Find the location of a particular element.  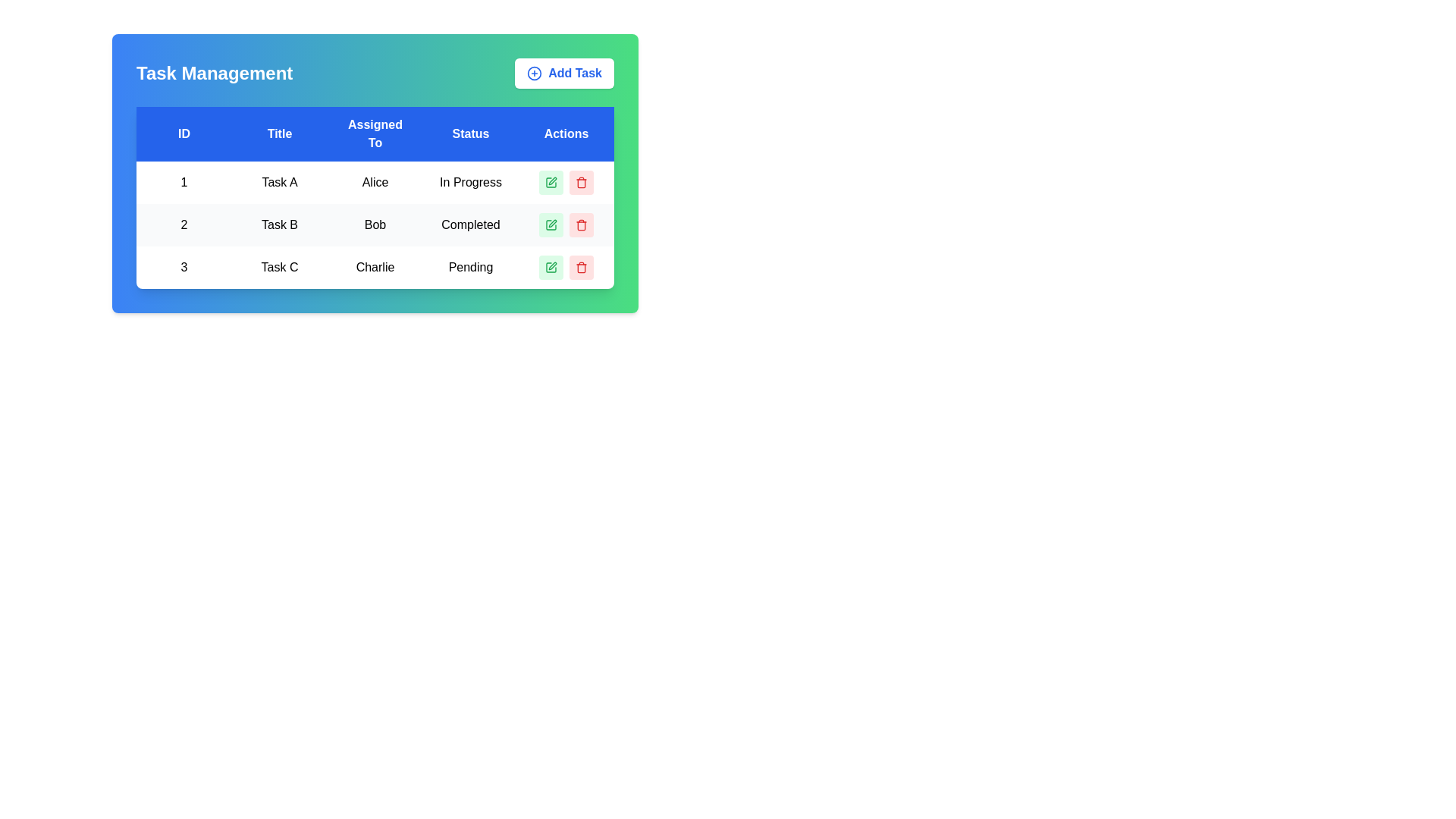

the second row of the task table is located at coordinates (375, 225).